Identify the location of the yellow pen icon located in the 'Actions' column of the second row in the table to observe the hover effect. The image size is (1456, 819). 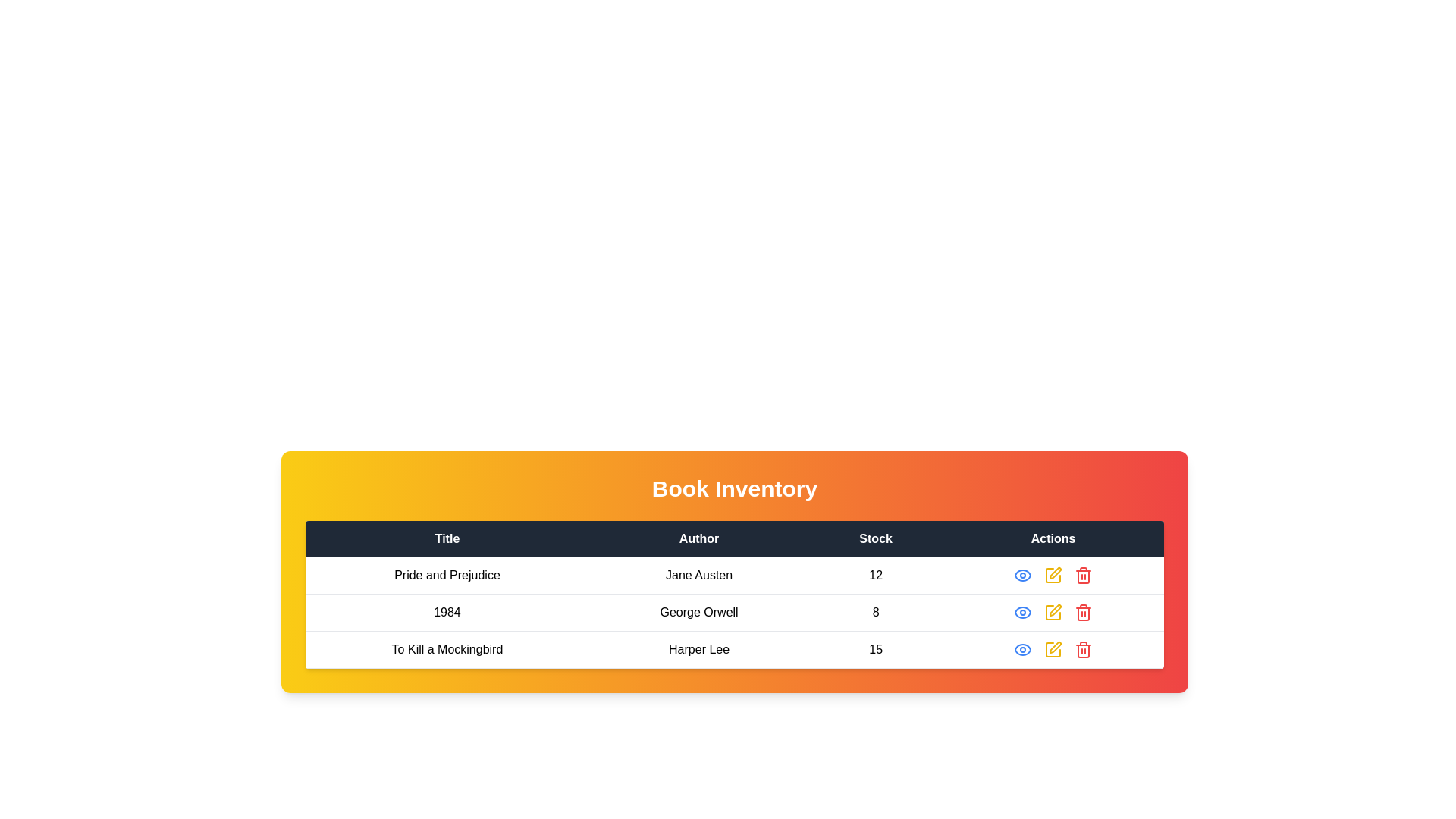
(1053, 611).